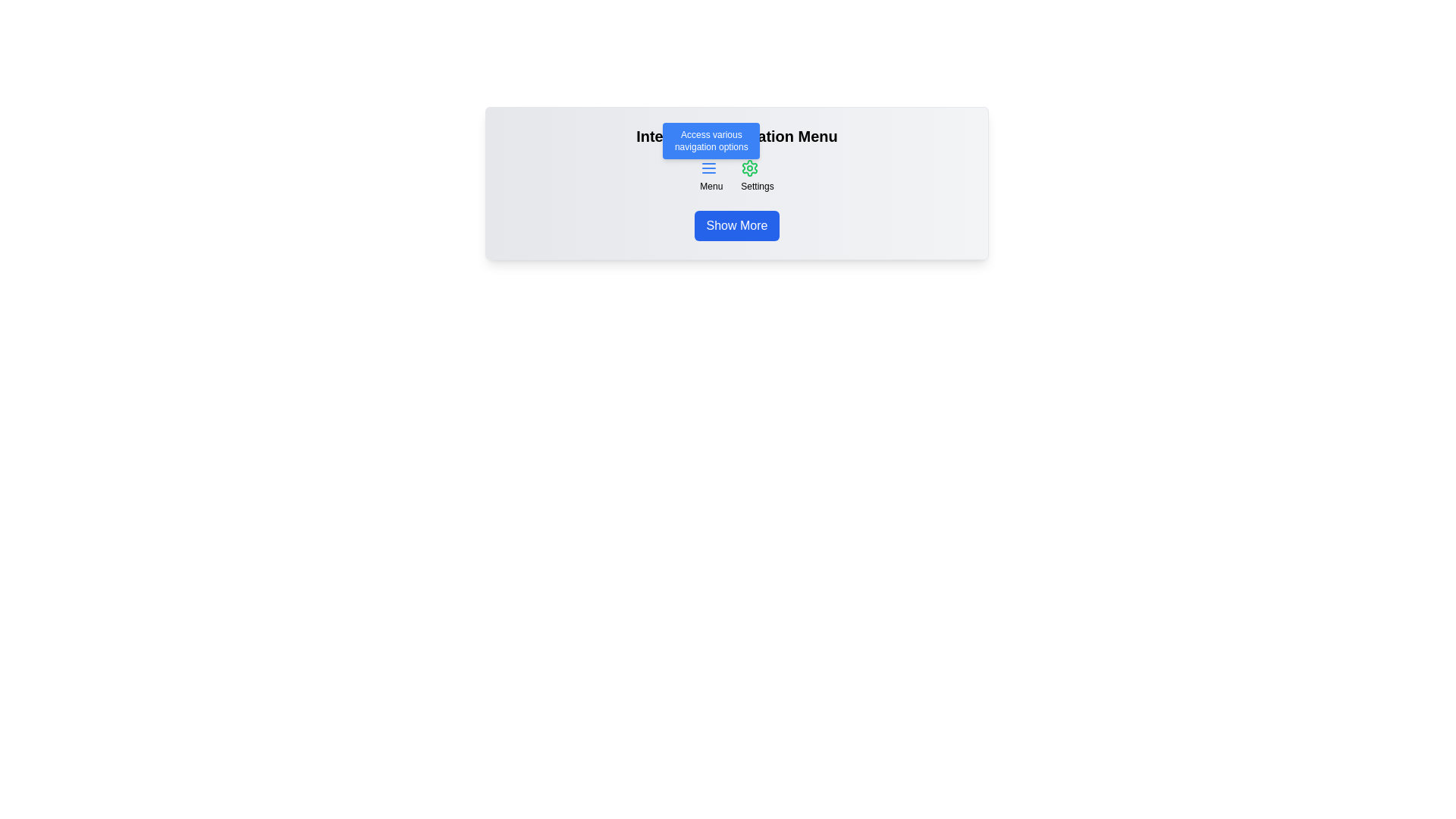 The image size is (1456, 819). I want to click on the 'Settings' button in the navigation menu to visualize related tooltips or effects, so click(757, 174).